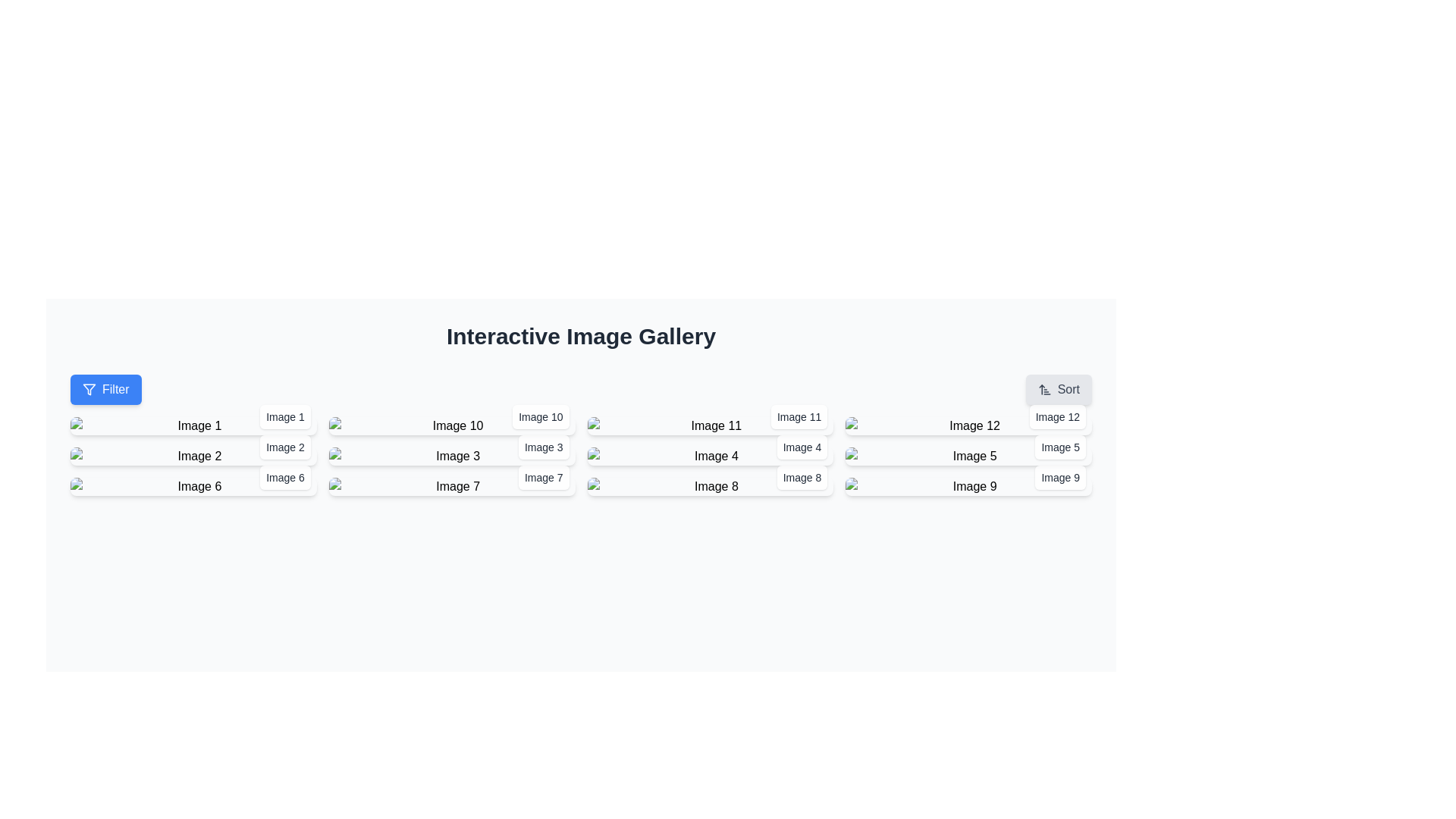  What do you see at coordinates (801, 476) in the screenshot?
I see `the text label displaying the title or caption of the image thumbnail labeled 'Image 8', located in the bottom-right corner of the thumbnail in the second row, fourth column of the gallery` at bounding box center [801, 476].